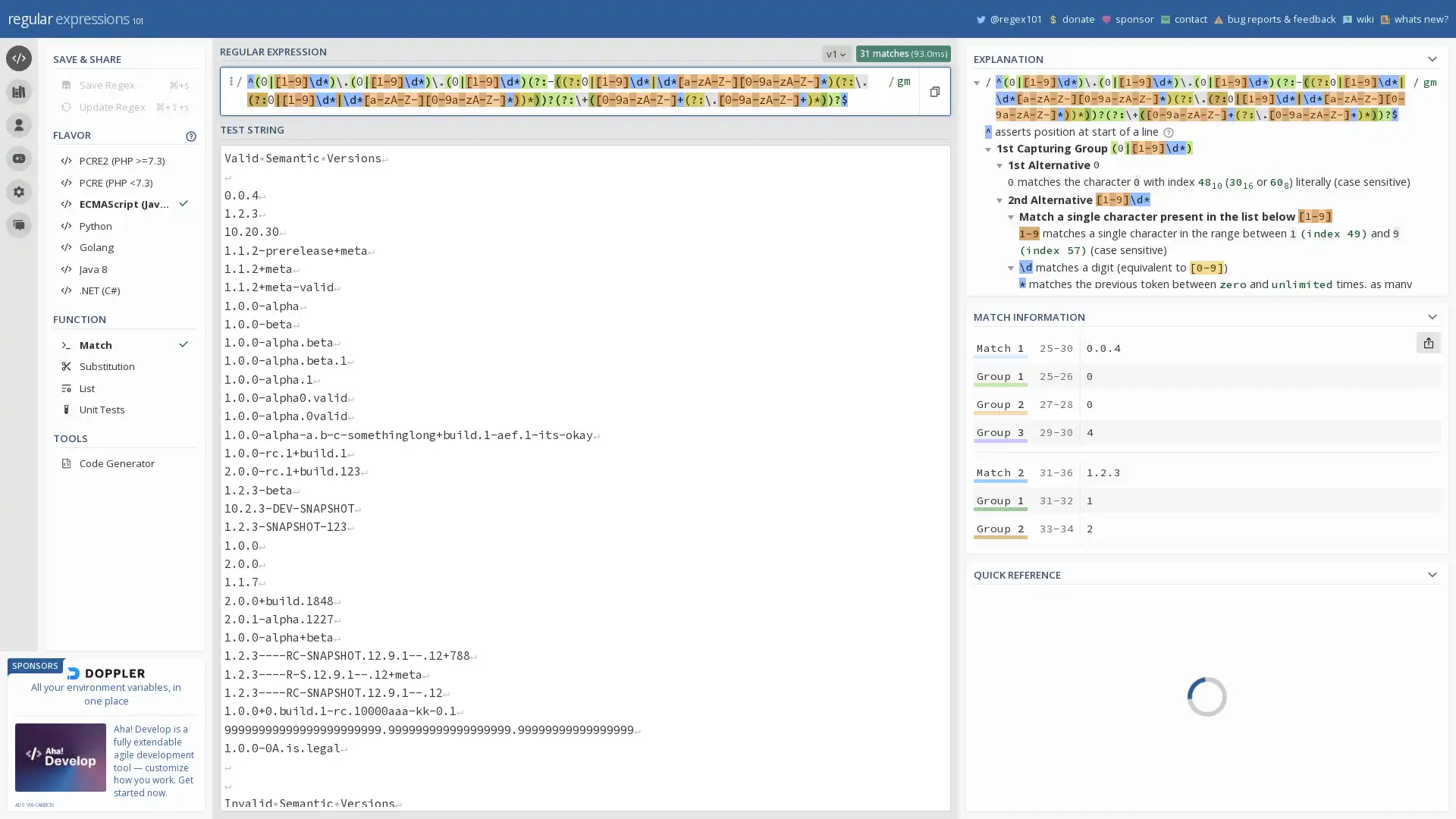  What do you see at coordinates (990, 525) in the screenshot?
I see `Collapse Subtree` at bounding box center [990, 525].